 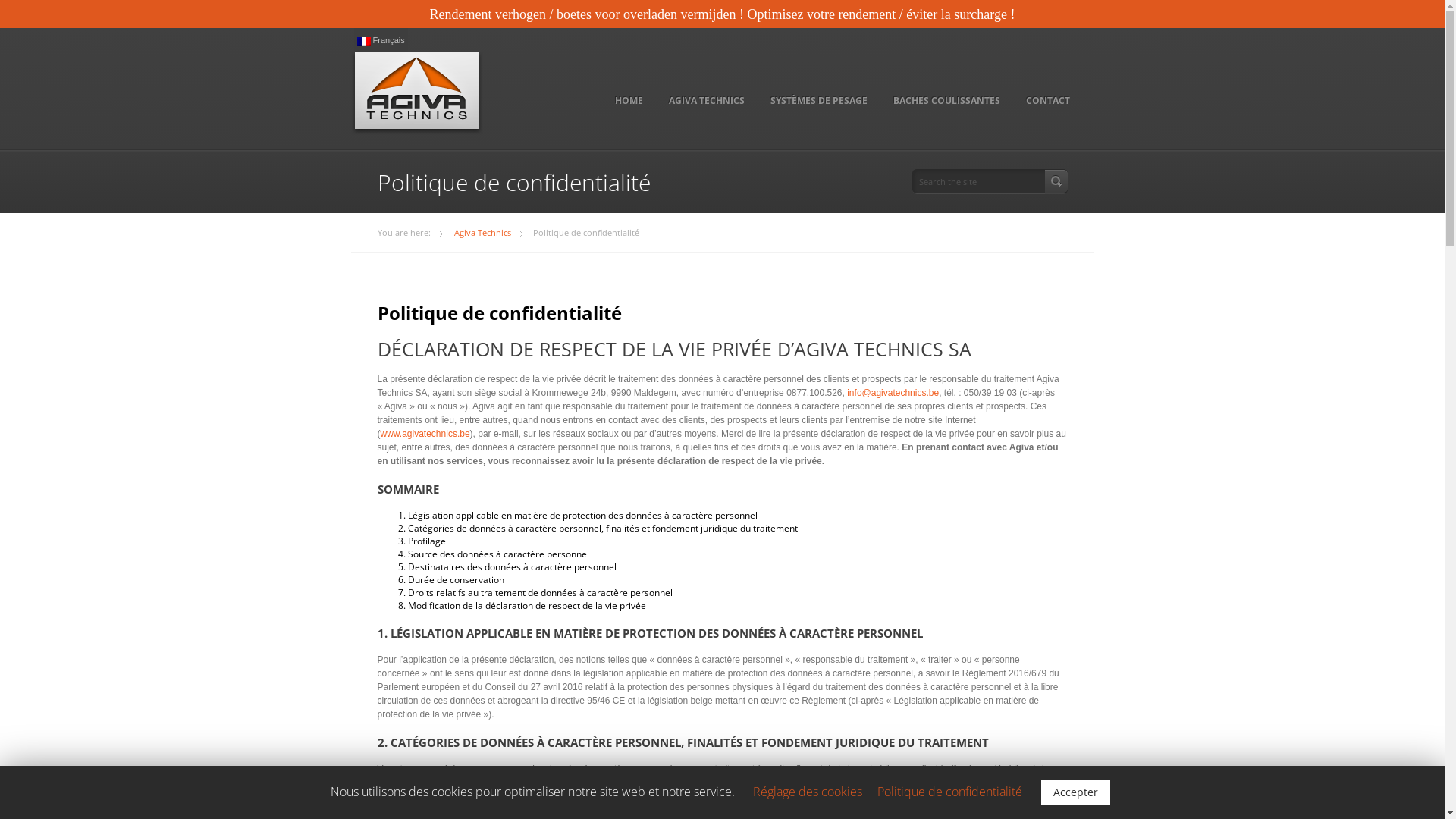 What do you see at coordinates (893, 391) in the screenshot?
I see `'info@agivatechnics.be'` at bounding box center [893, 391].